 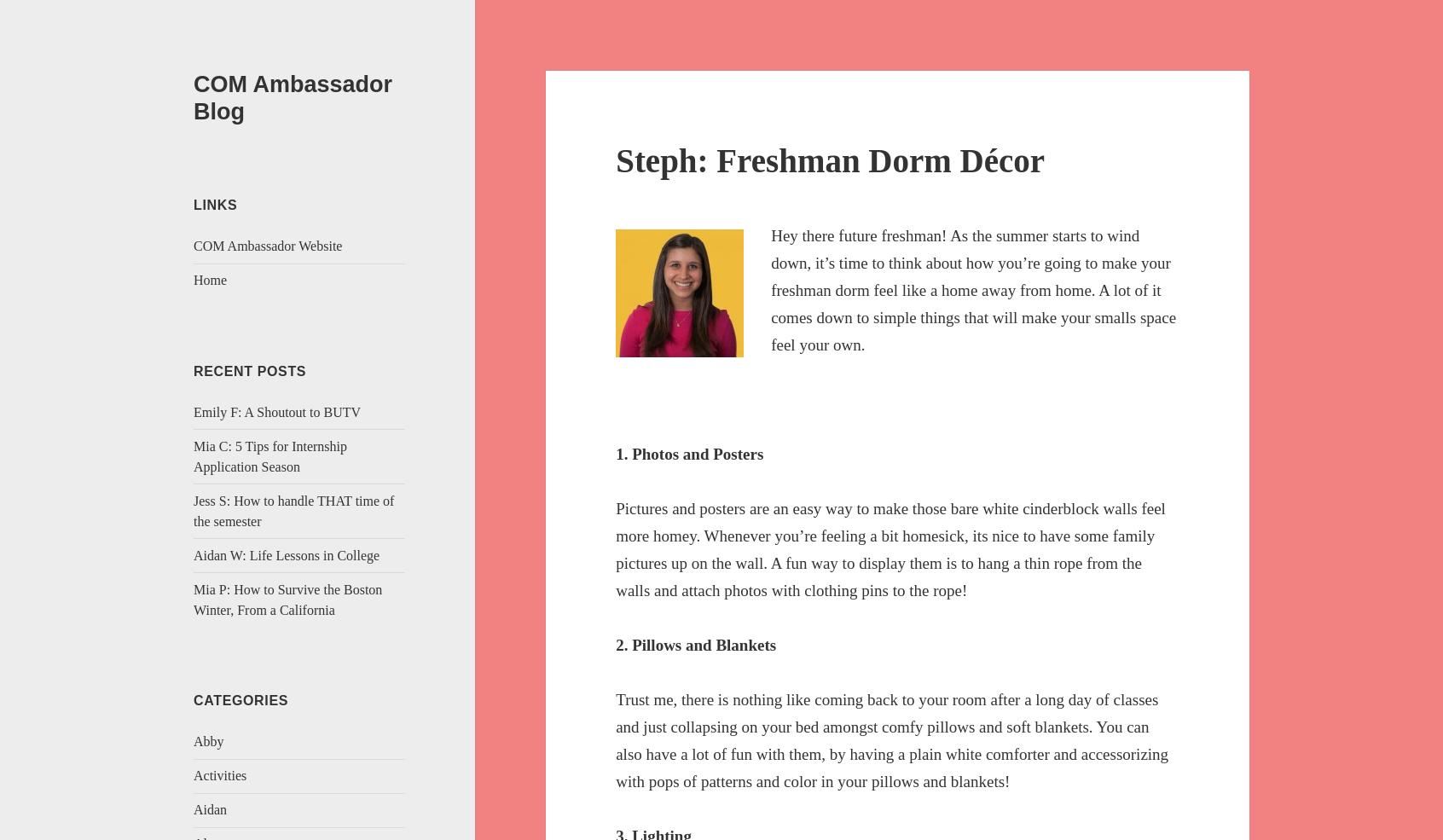 I want to click on 'Mia C: 5 Tips for Internship Application Season', so click(x=269, y=455).